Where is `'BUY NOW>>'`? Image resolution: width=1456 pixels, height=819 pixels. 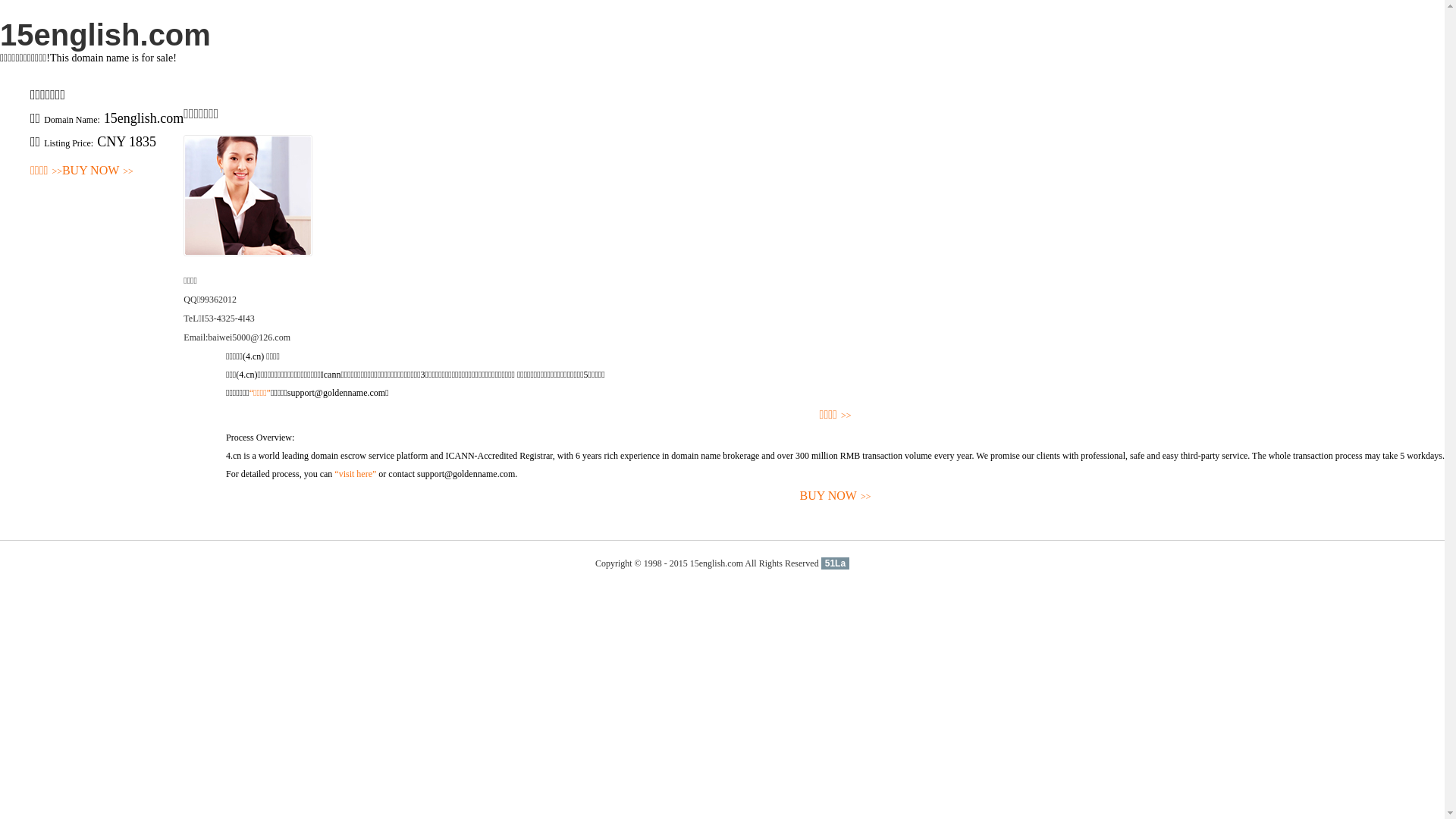
'BUY NOW>>' is located at coordinates (97, 171).